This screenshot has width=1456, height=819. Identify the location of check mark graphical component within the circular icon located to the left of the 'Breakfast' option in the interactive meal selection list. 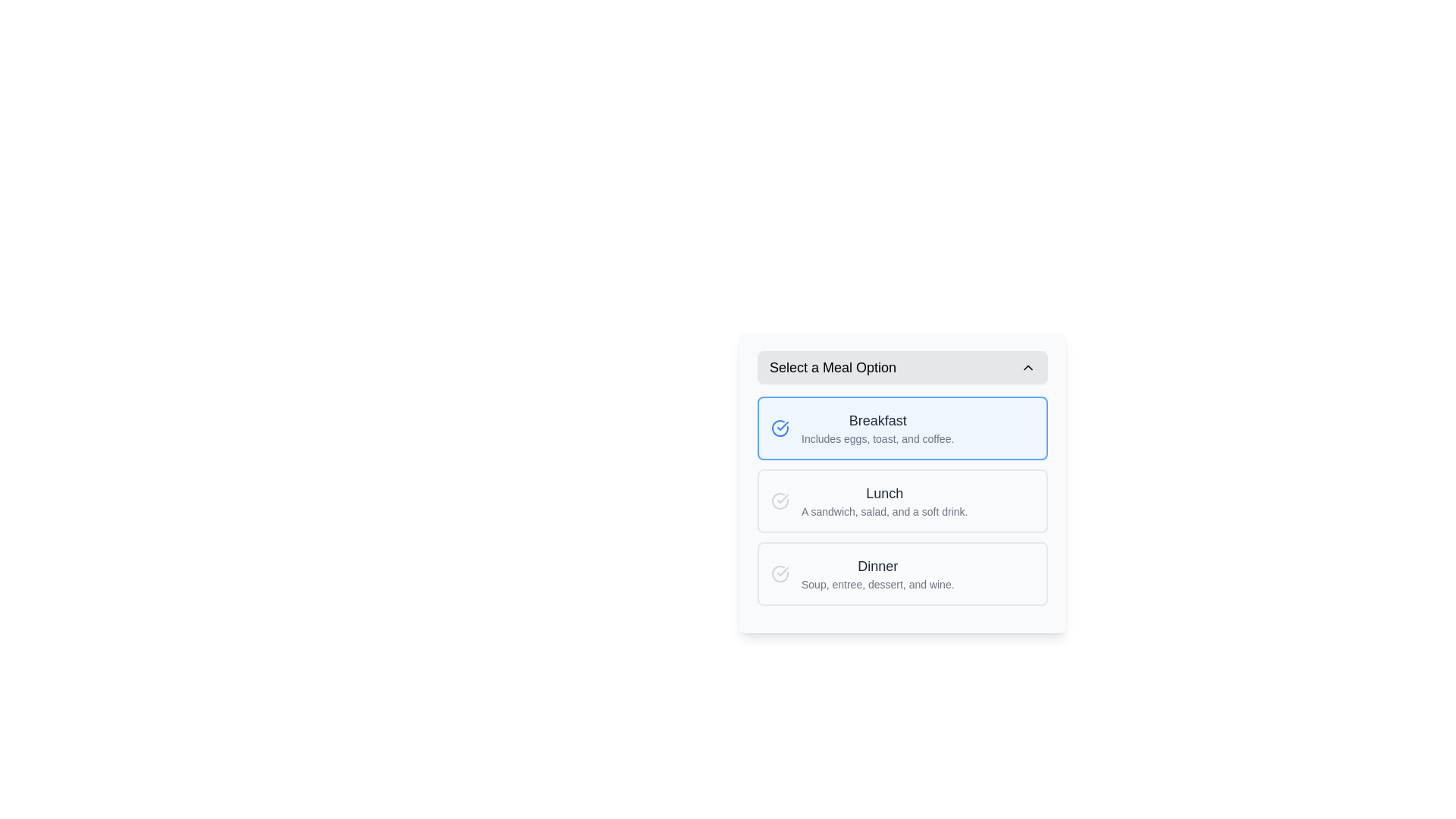
(783, 571).